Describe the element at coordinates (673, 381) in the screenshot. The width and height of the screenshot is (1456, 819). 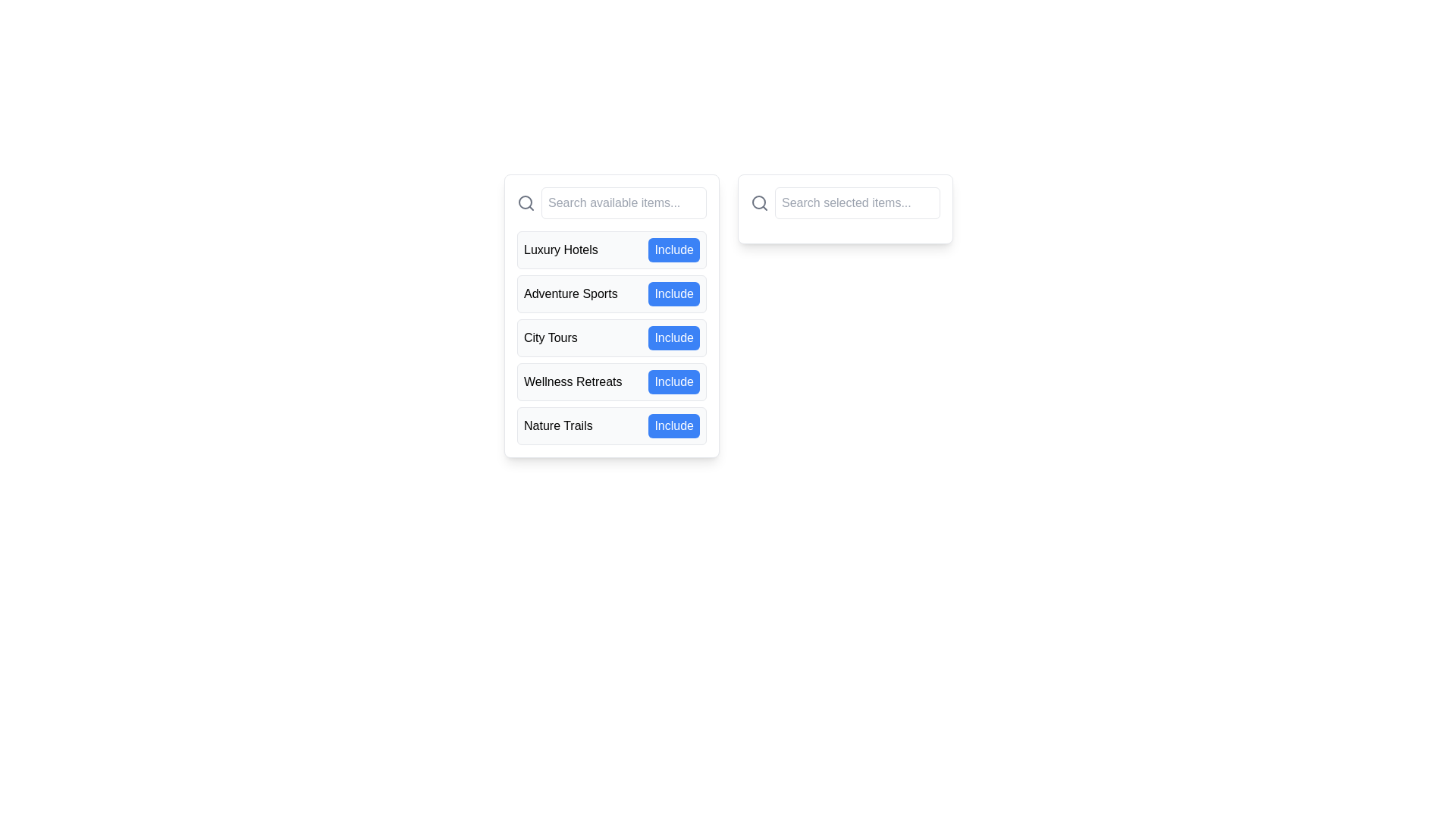
I see `the 'Include' button with a blue background and white text located to the right of the 'Wellness Retreats' title in the fourth item of the list` at that location.